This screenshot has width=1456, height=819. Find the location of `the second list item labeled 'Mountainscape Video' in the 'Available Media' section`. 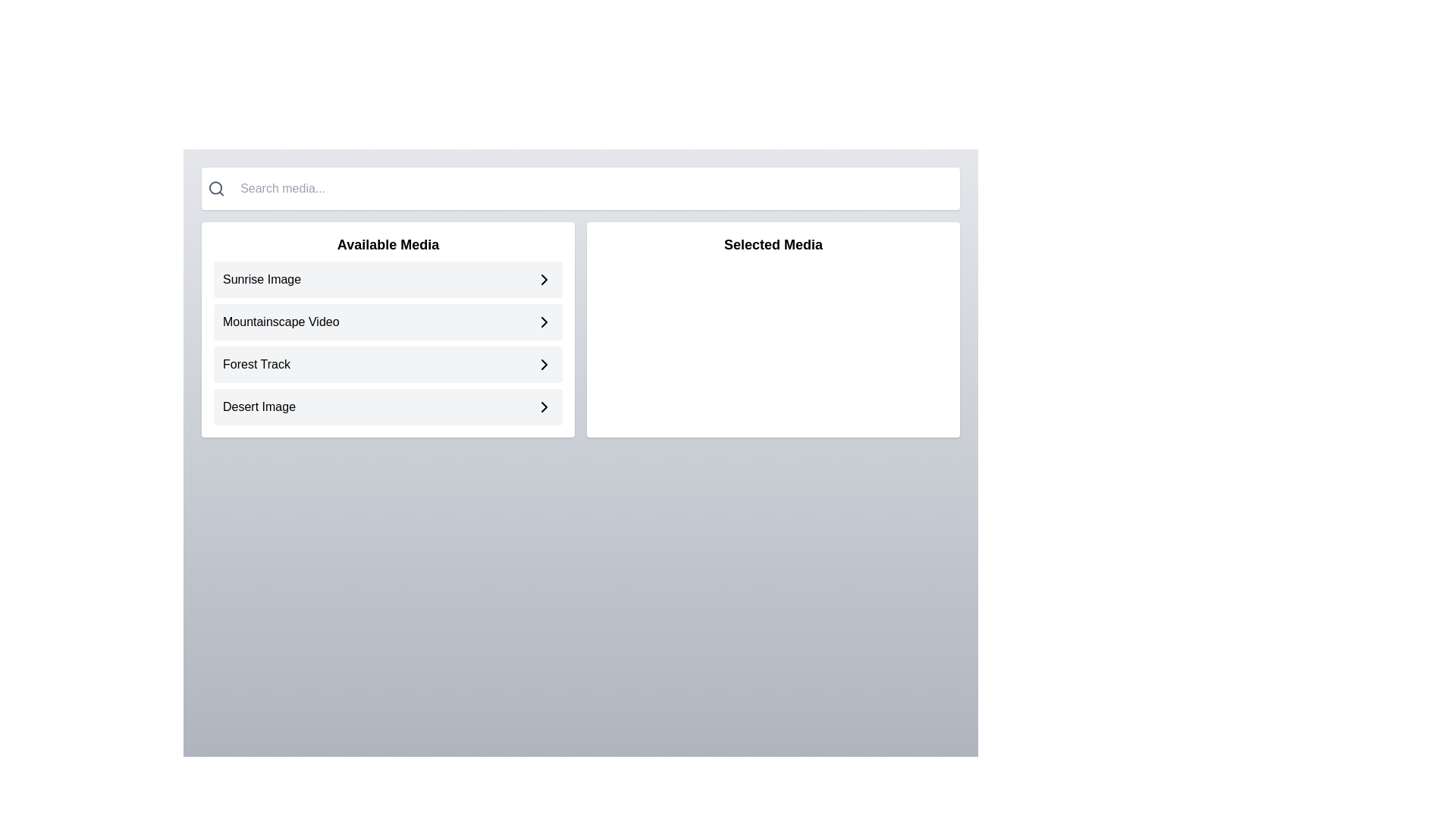

the second list item labeled 'Mountainscape Video' in the 'Available Media' section is located at coordinates (388, 321).